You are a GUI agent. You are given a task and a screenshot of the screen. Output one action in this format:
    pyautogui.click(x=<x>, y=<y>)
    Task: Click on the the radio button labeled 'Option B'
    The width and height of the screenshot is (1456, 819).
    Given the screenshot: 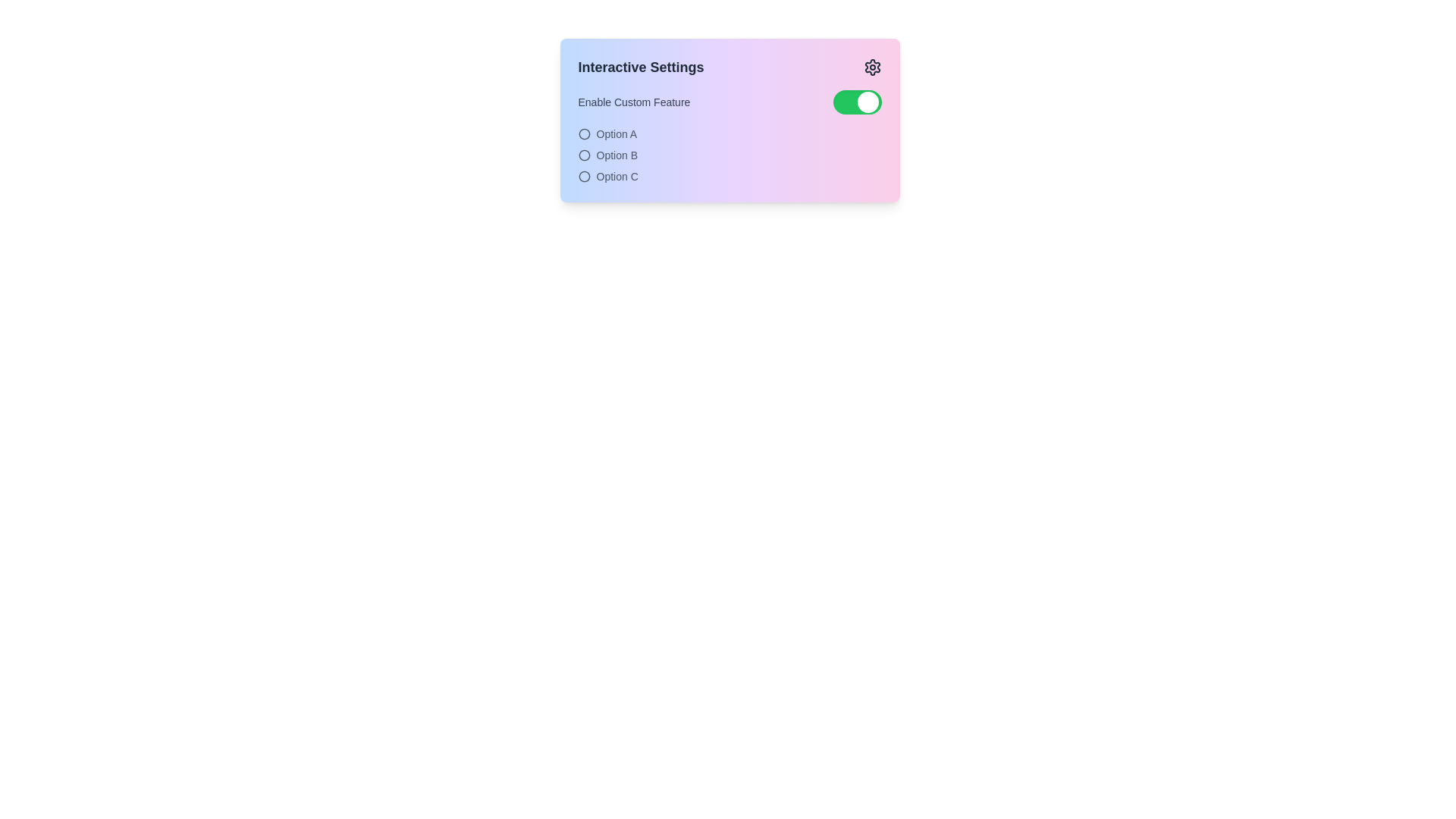 What is the action you would take?
    pyautogui.click(x=583, y=155)
    